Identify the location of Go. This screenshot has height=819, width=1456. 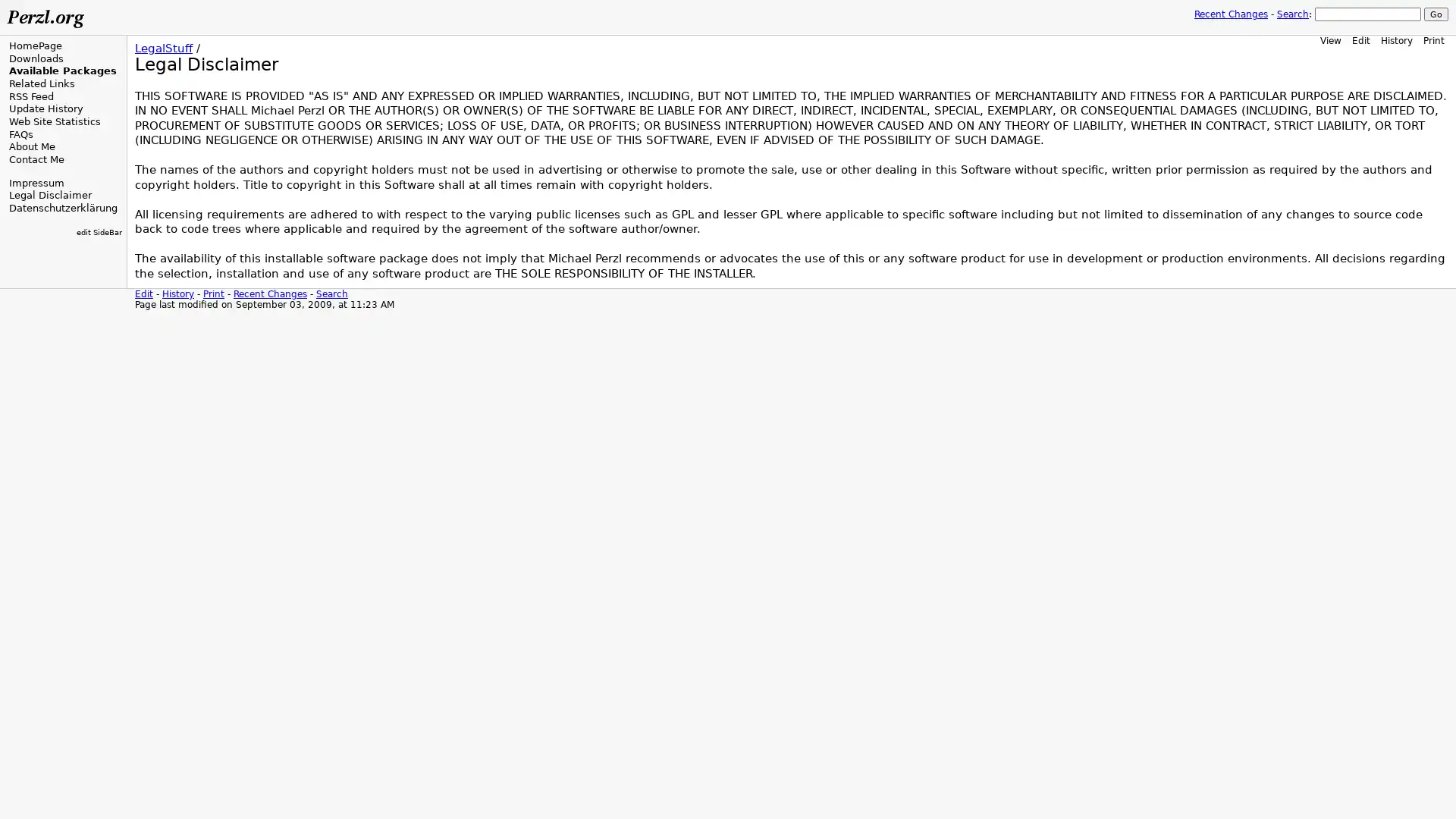
(1436, 14).